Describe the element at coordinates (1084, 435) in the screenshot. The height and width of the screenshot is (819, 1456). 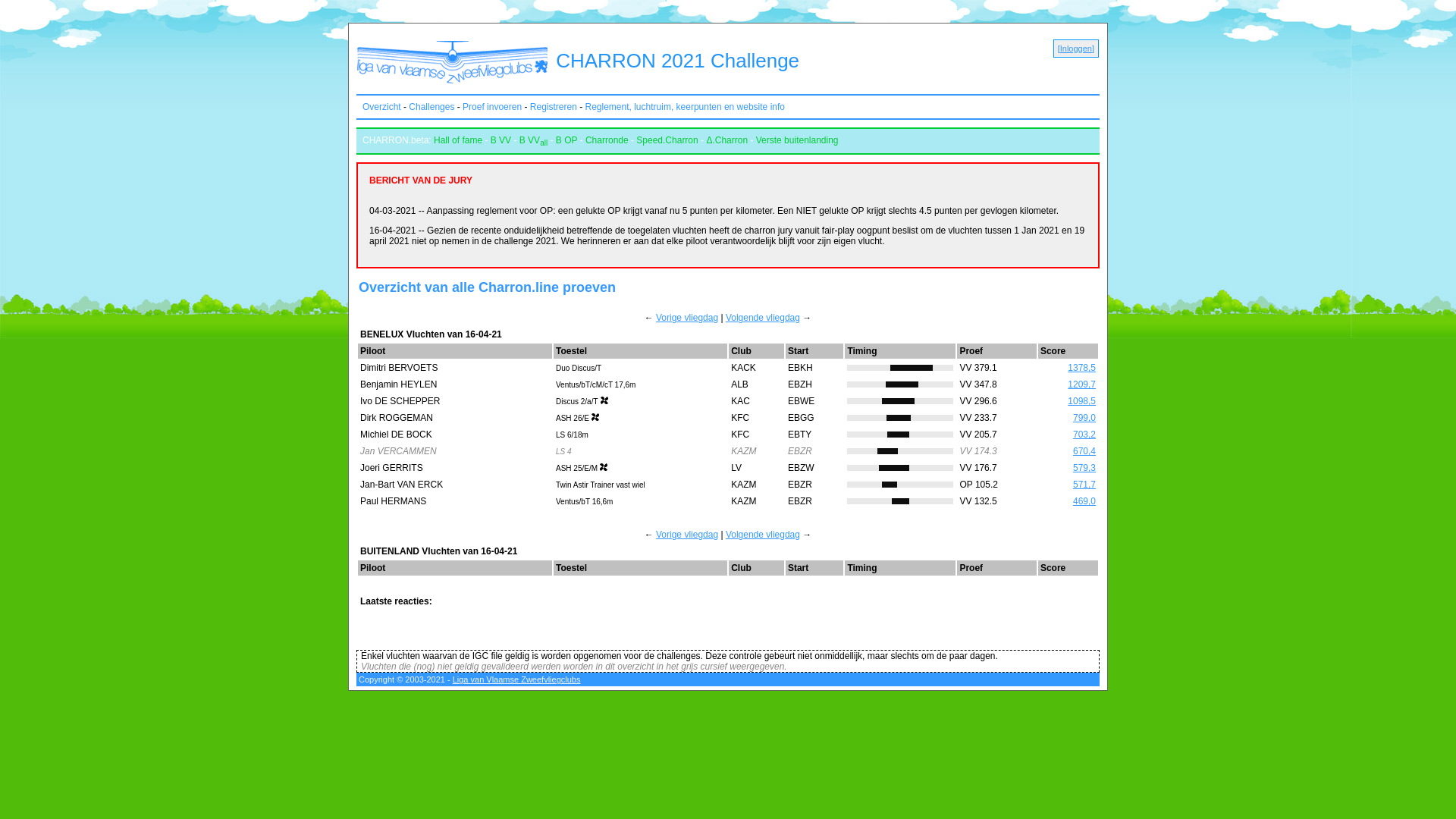
I see `'703,2'` at that location.